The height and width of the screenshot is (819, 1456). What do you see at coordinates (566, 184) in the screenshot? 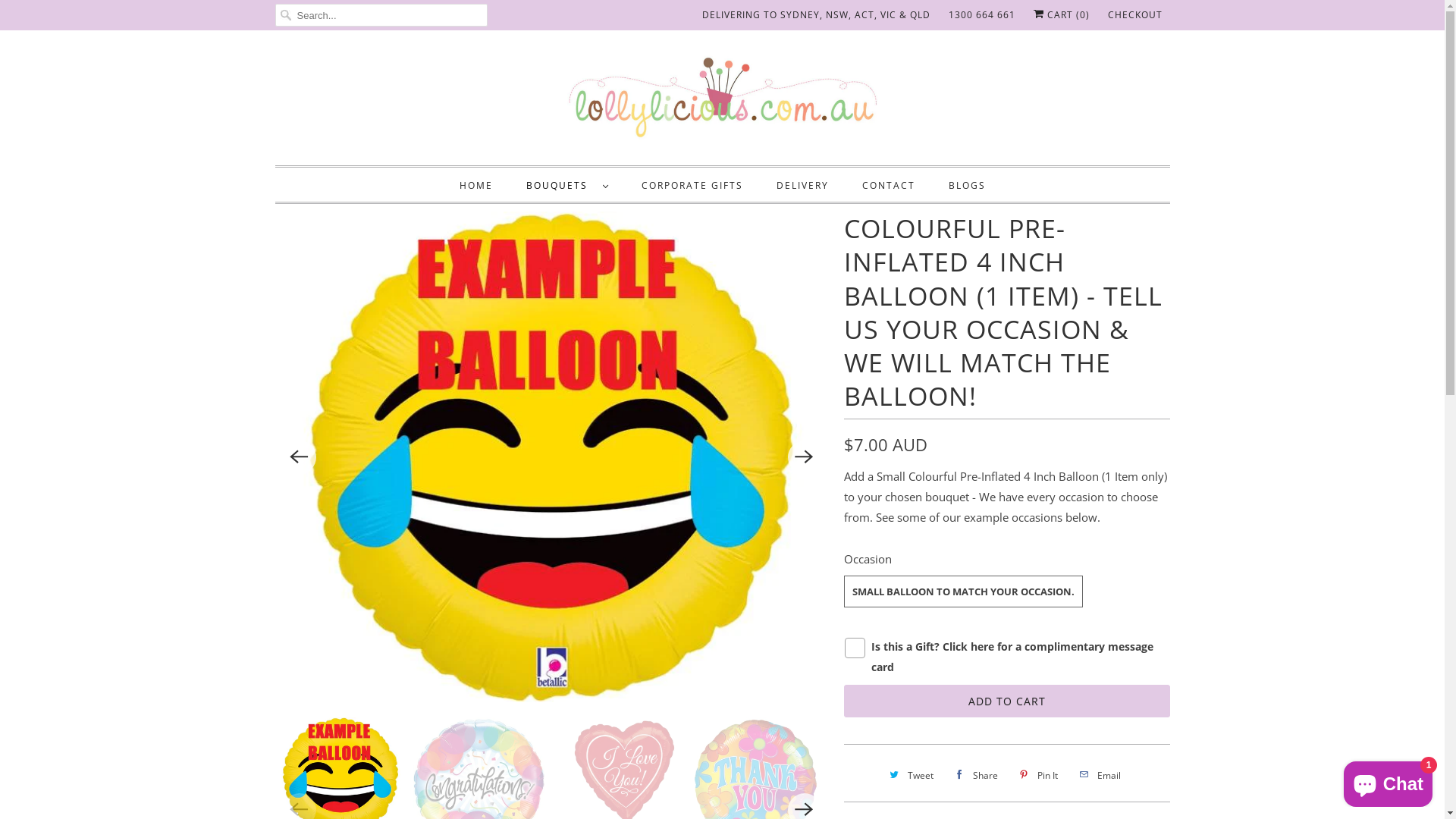
I see `'BOUQUETS '` at bounding box center [566, 184].